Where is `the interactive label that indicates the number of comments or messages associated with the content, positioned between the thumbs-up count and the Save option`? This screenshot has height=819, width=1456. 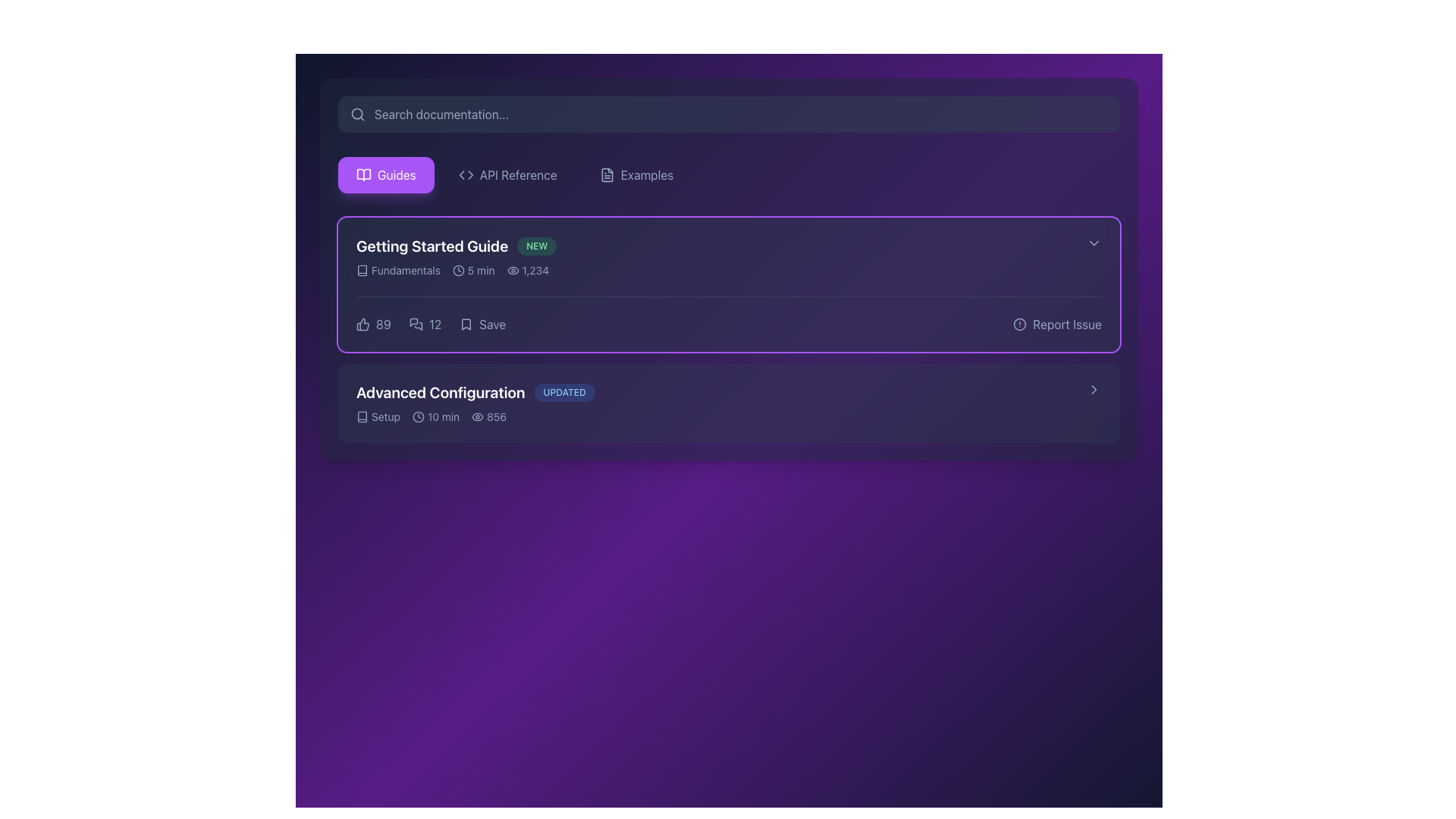
the interactive label that indicates the number of comments or messages associated with the content, positioned between the thumbs-up count and the Save option is located at coordinates (425, 324).